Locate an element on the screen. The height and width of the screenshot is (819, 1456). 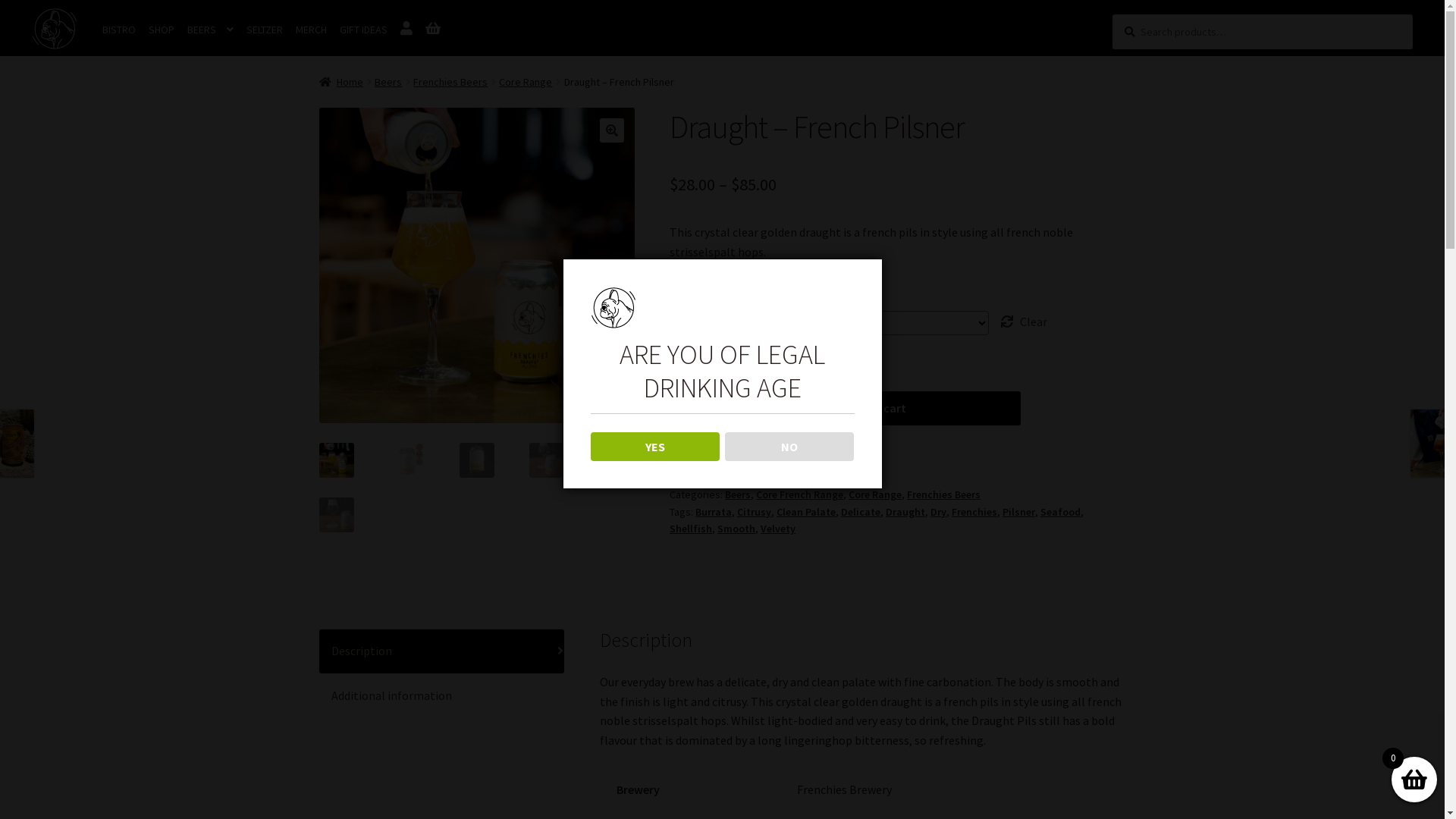
'NO' is located at coordinates (789, 446).